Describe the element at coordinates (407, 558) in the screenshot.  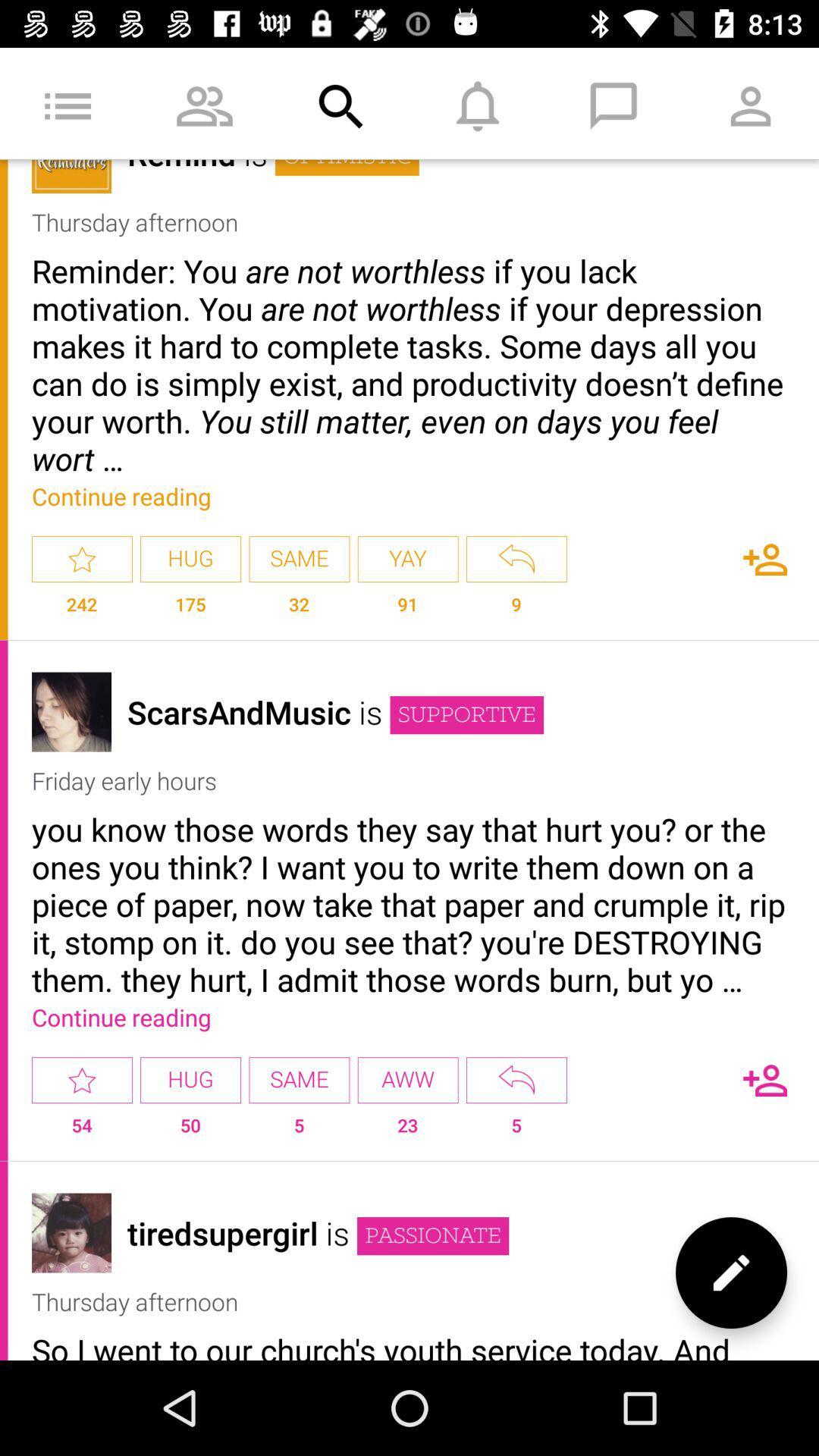
I see `the app next to same` at that location.